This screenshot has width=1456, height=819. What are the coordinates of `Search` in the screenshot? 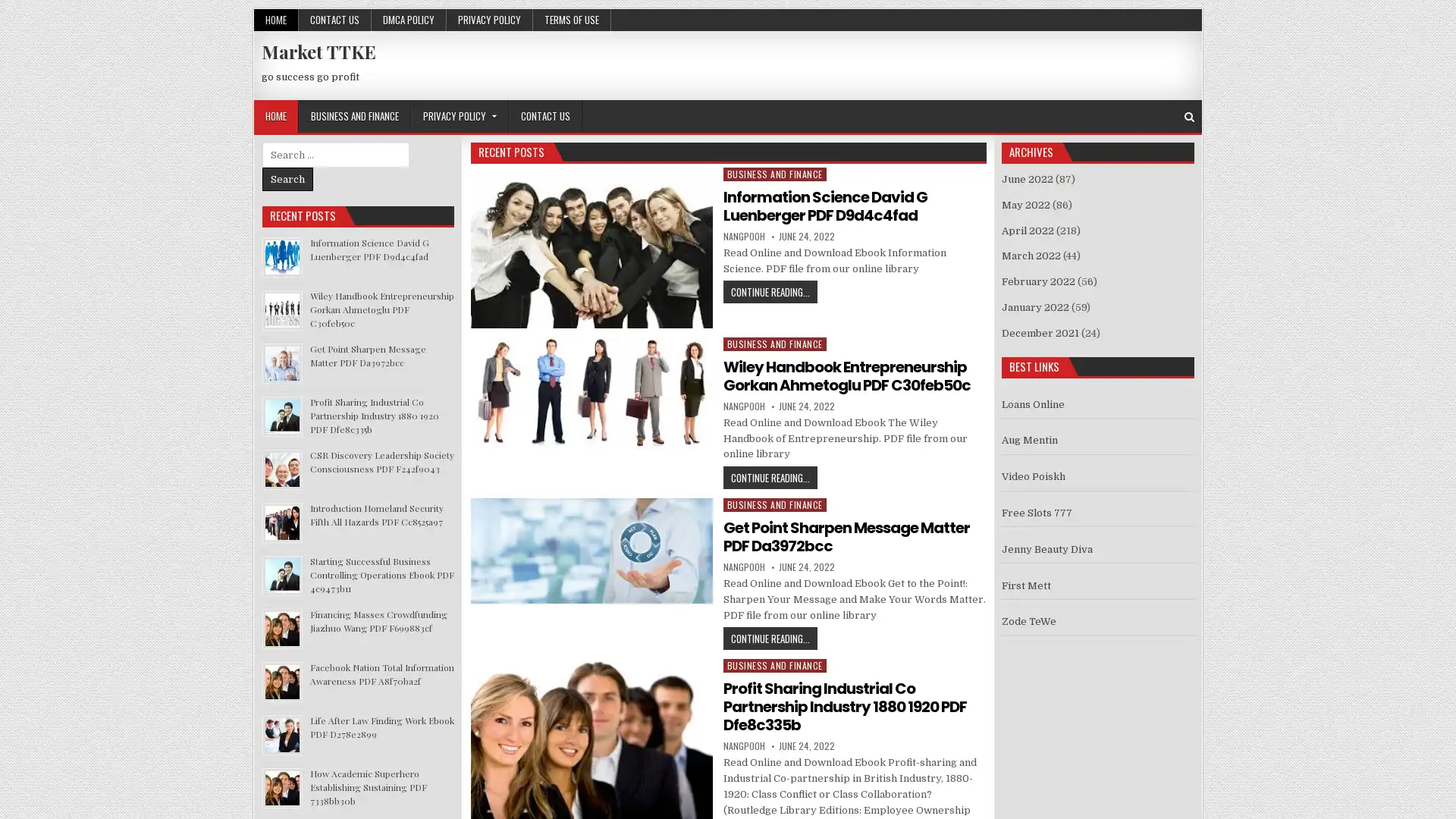 It's located at (287, 178).